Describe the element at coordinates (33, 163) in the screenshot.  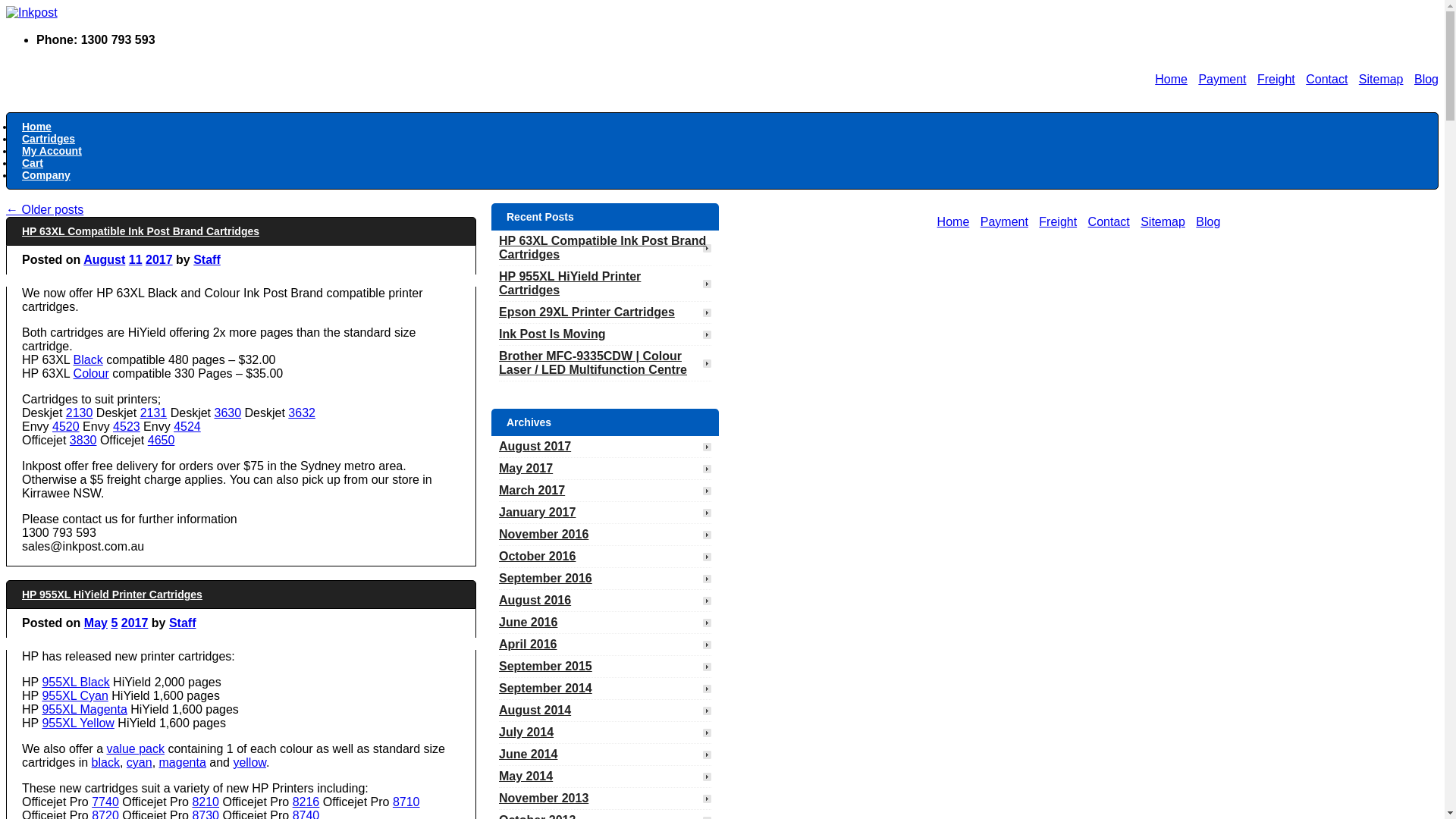
I see `'Cart'` at that location.